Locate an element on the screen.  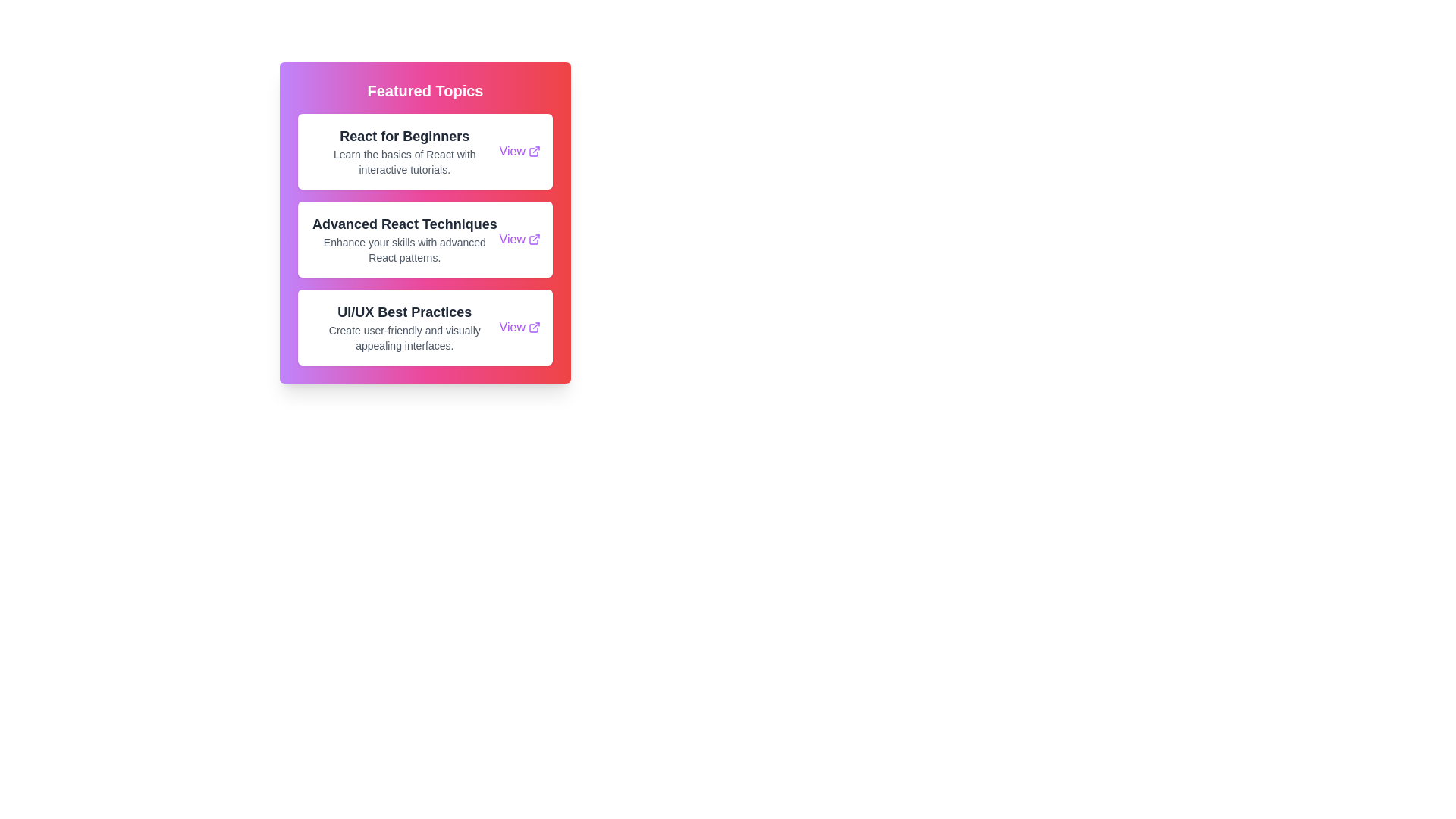
the static text that reads 'Learn the basics of React with interactive tutorials.' located below the heading 'React for Beginners' in the 'Featured Topics' card is located at coordinates (404, 162).